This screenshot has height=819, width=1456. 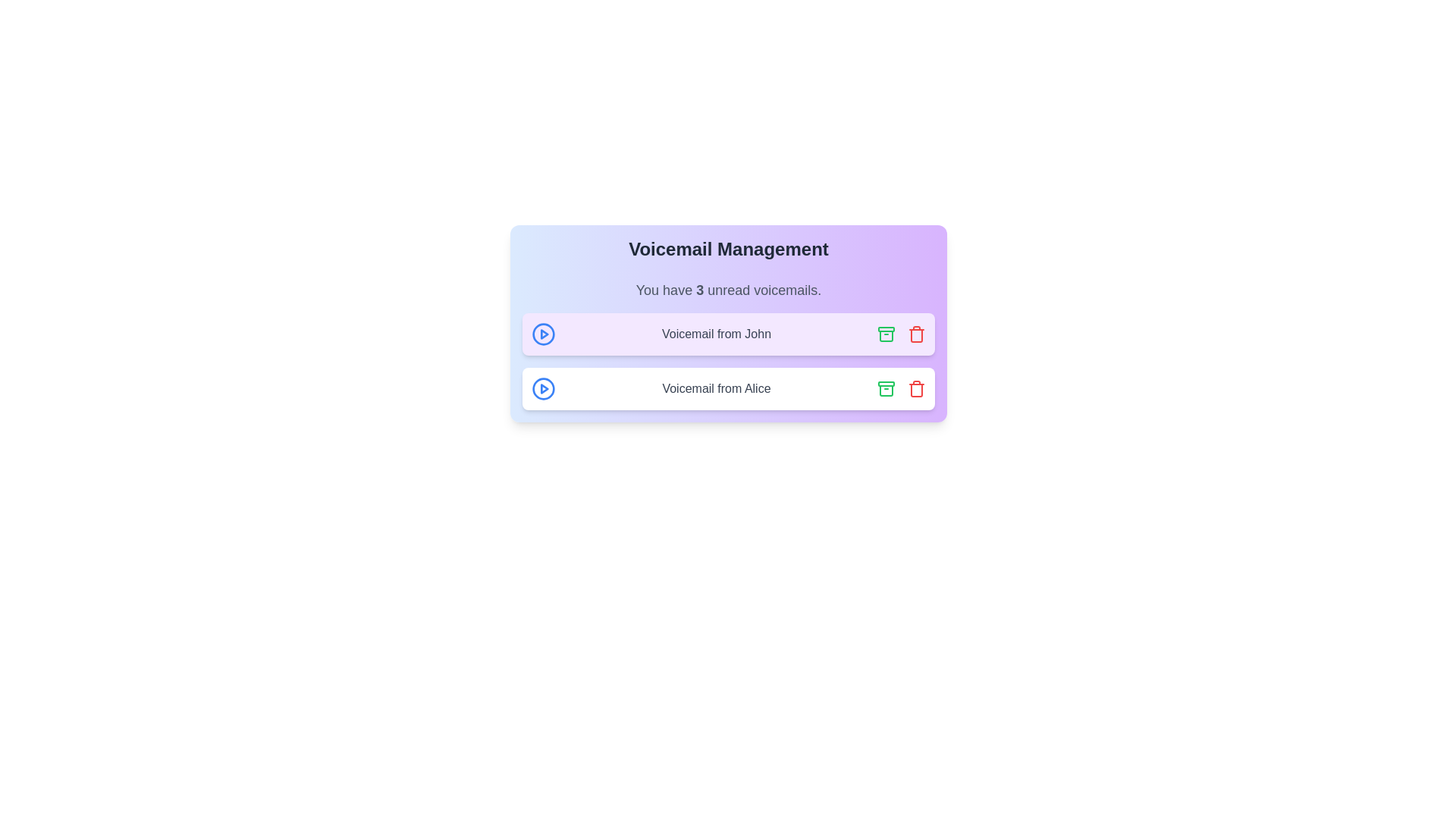 I want to click on the bold numeral '3' within the text 'You have 3 unread voicemails.' located between the words 'have' and 'unread', so click(x=699, y=290).